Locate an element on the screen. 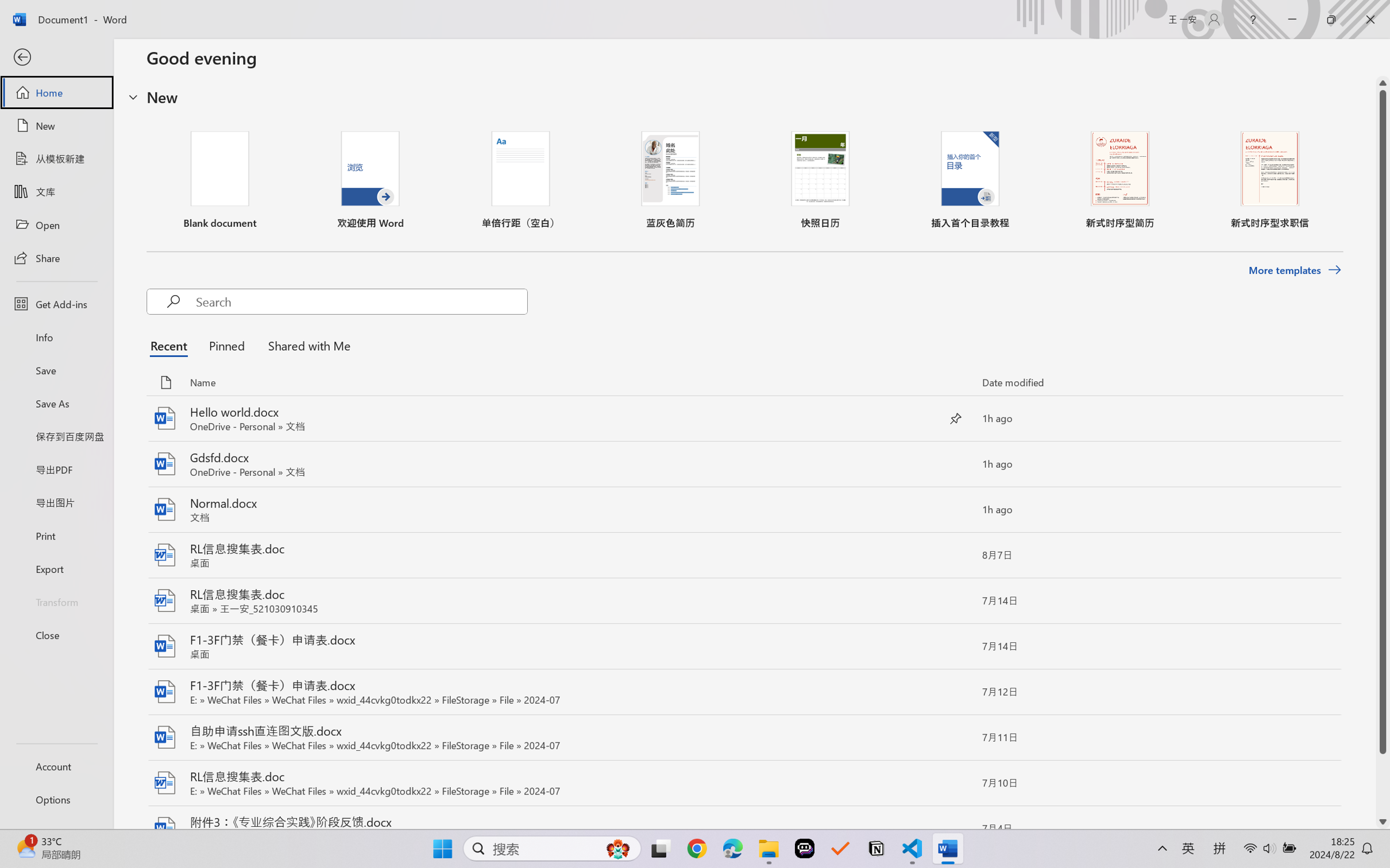 The width and height of the screenshot is (1390, 868). 'Blank document' is located at coordinates (219, 180).